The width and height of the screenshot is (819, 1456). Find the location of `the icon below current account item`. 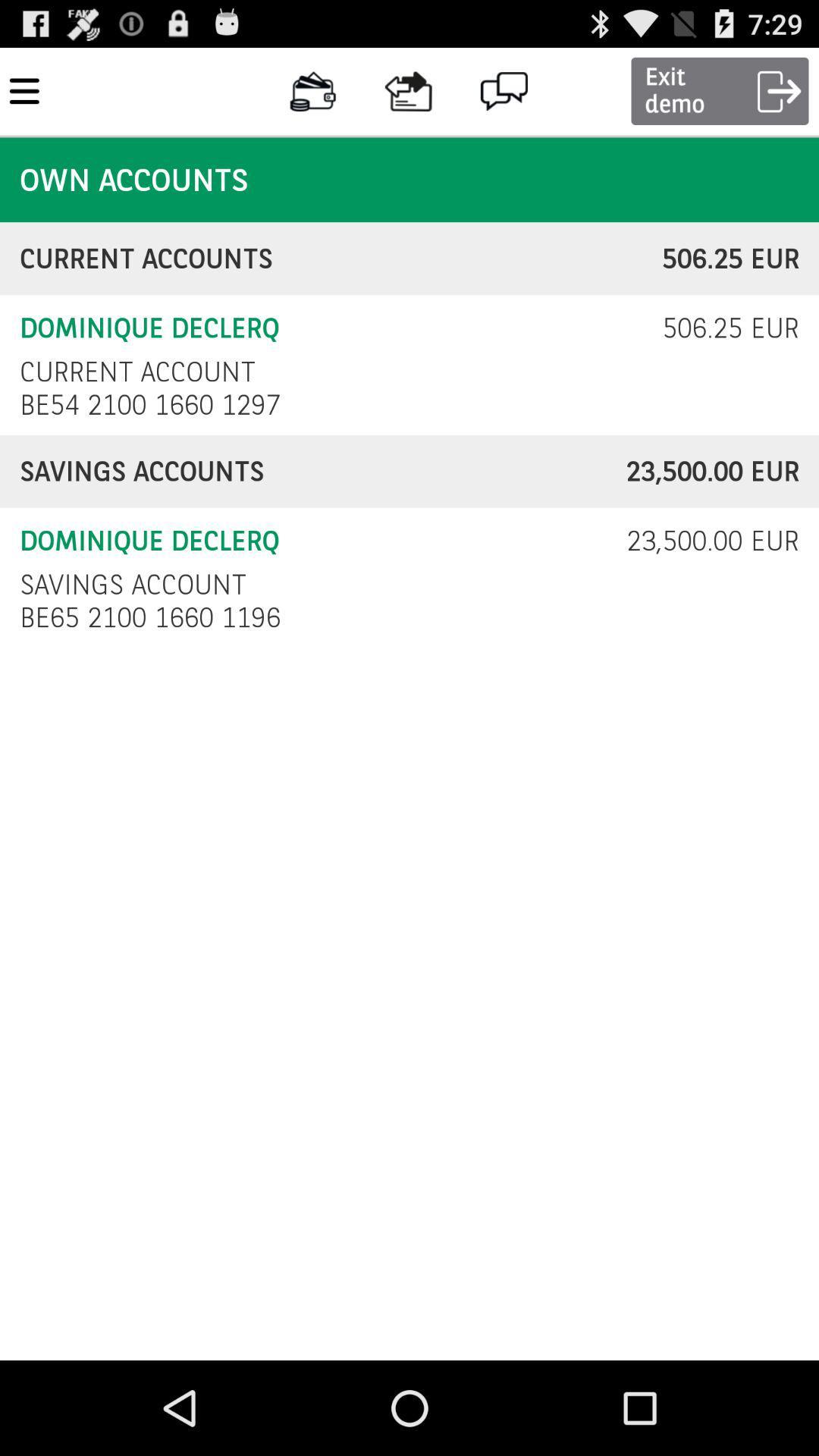

the icon below current account item is located at coordinates (154, 404).